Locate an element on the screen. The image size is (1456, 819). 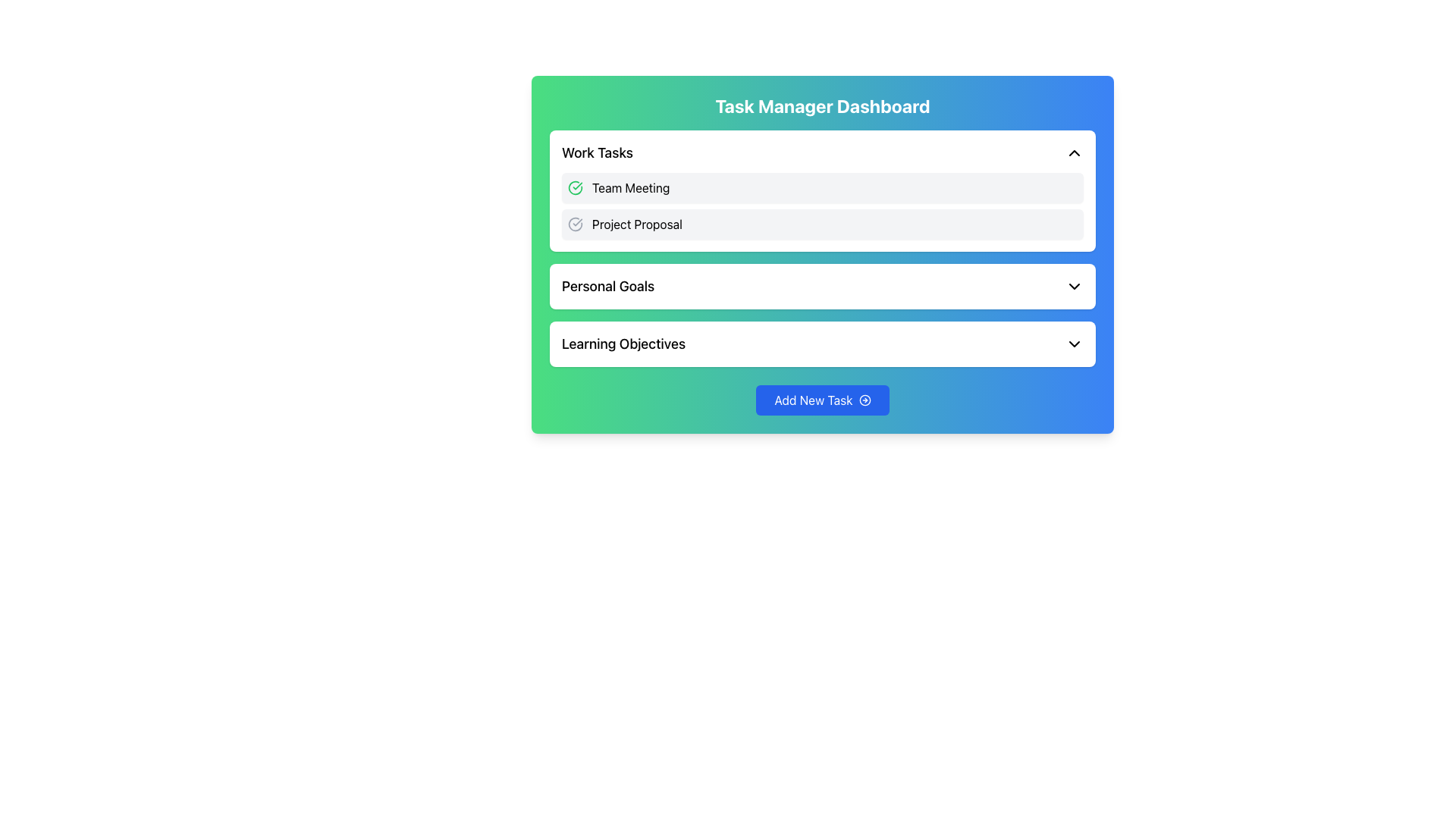
the toggle icon located to the far right of the 'Learning Objectives' row is located at coordinates (1073, 344).